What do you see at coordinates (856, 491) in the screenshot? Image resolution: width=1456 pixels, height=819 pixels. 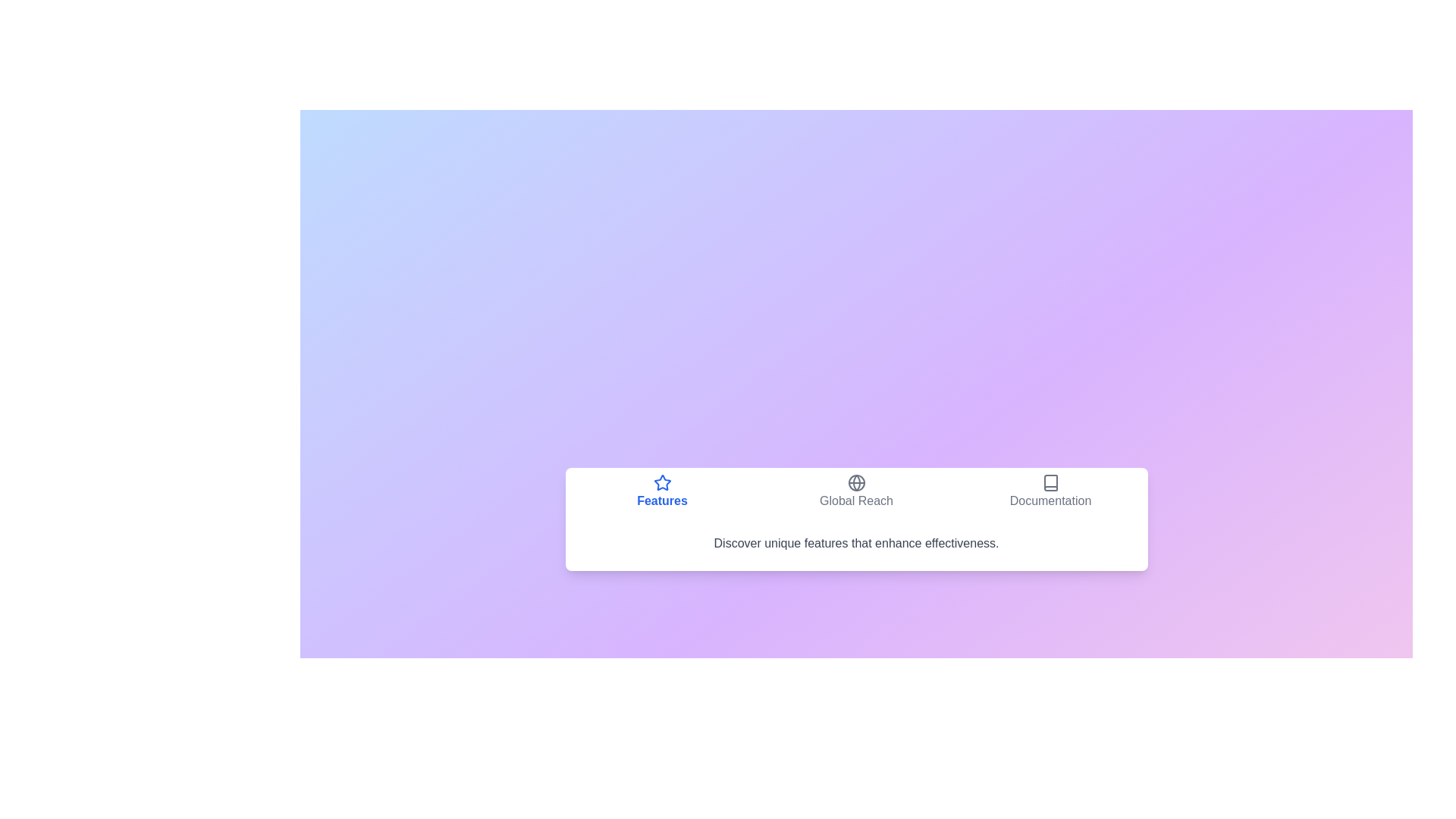 I see `the tab labeled Global Reach` at bounding box center [856, 491].